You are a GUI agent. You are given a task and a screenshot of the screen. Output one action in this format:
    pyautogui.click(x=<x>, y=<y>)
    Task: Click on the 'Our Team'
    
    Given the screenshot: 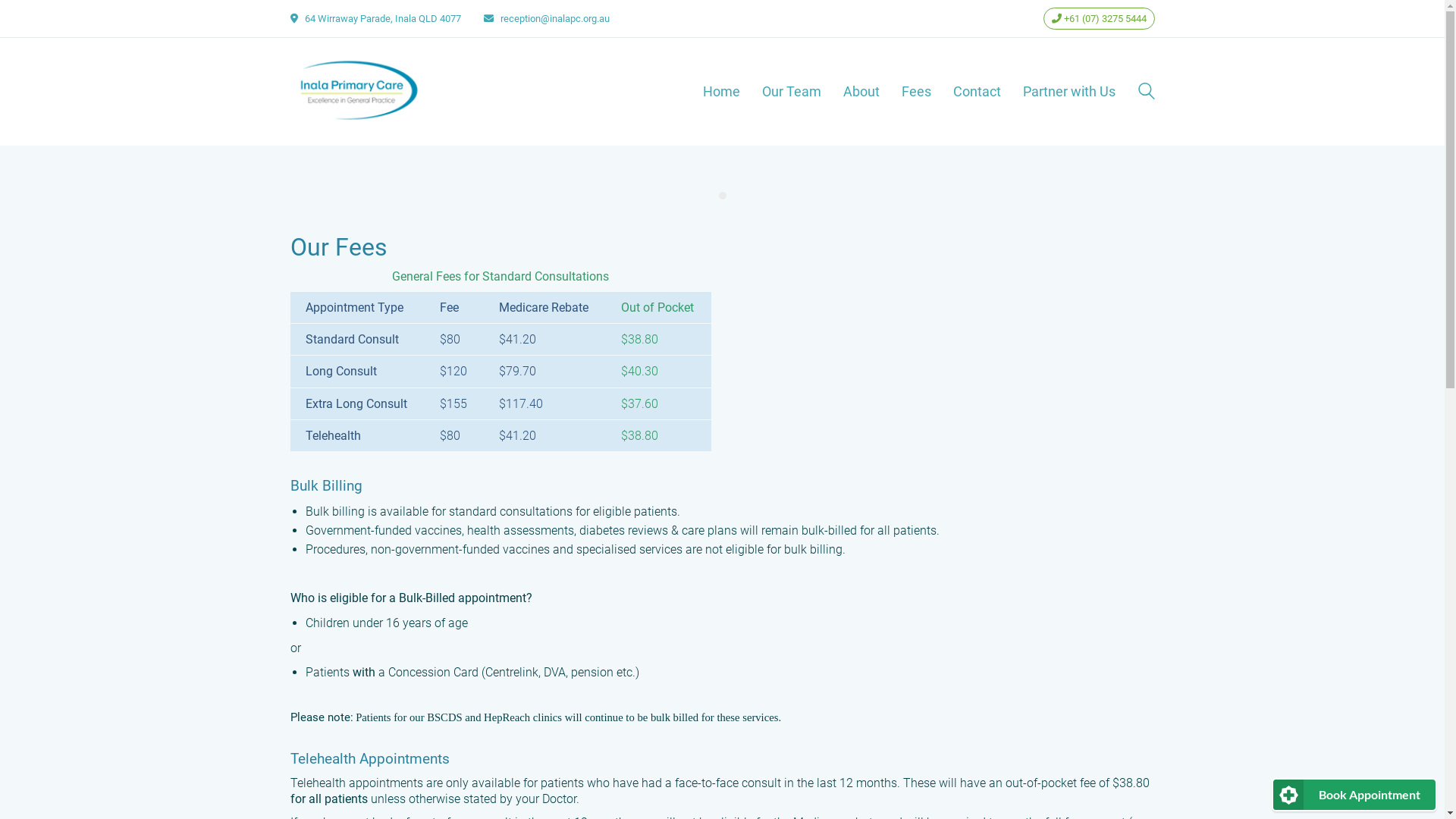 What is the action you would take?
    pyautogui.click(x=789, y=91)
    